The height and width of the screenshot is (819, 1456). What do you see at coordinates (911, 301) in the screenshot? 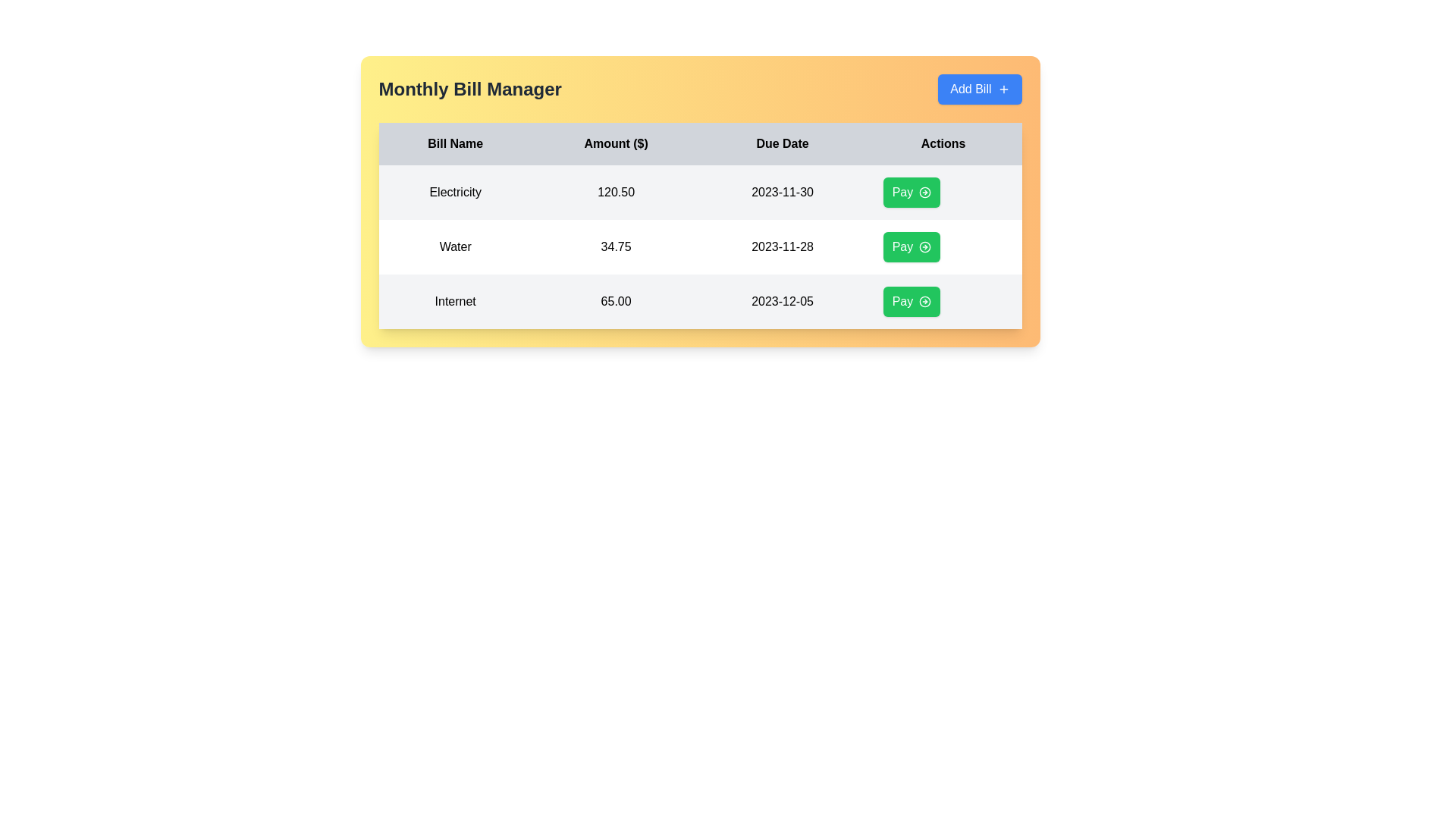
I see `the payment button in the 'Actions' column of the last row for the Internet bill of $65.00 to indicate its interactivity` at bounding box center [911, 301].